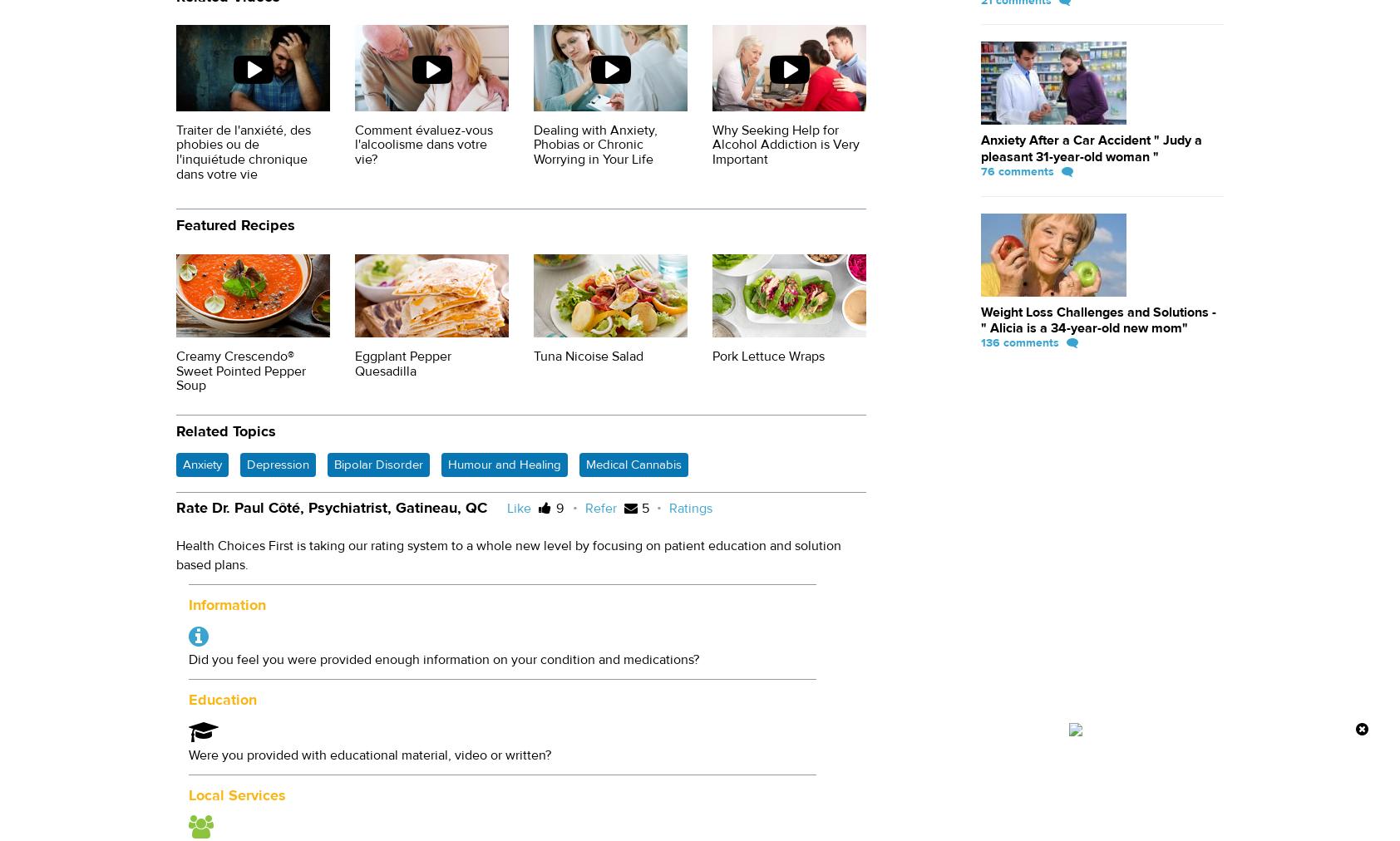 The width and height of the screenshot is (1400, 841). Describe the element at coordinates (556, 507) in the screenshot. I see `'9'` at that location.